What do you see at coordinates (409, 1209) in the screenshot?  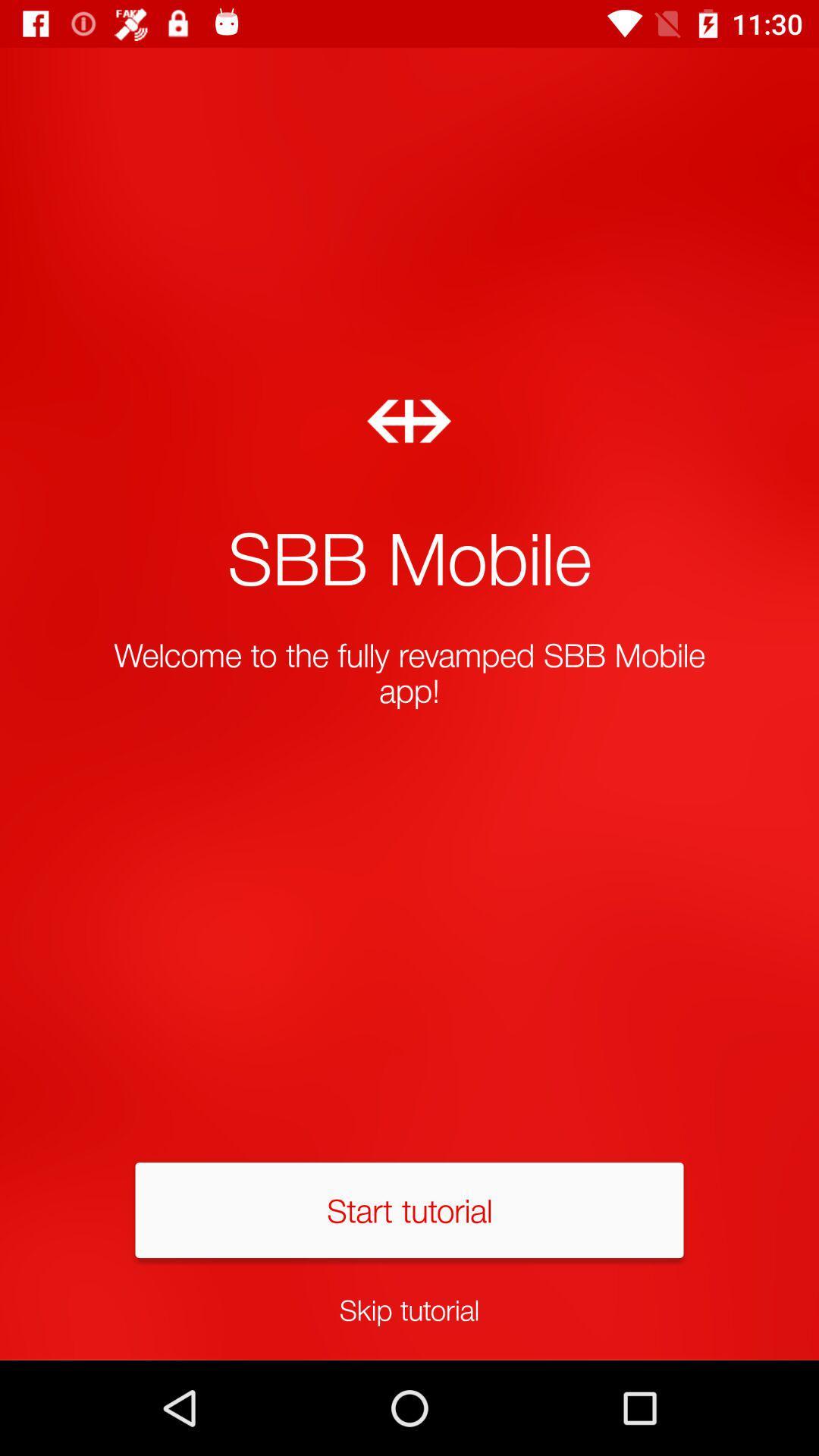 I see `the item below welcome to the icon` at bounding box center [409, 1209].